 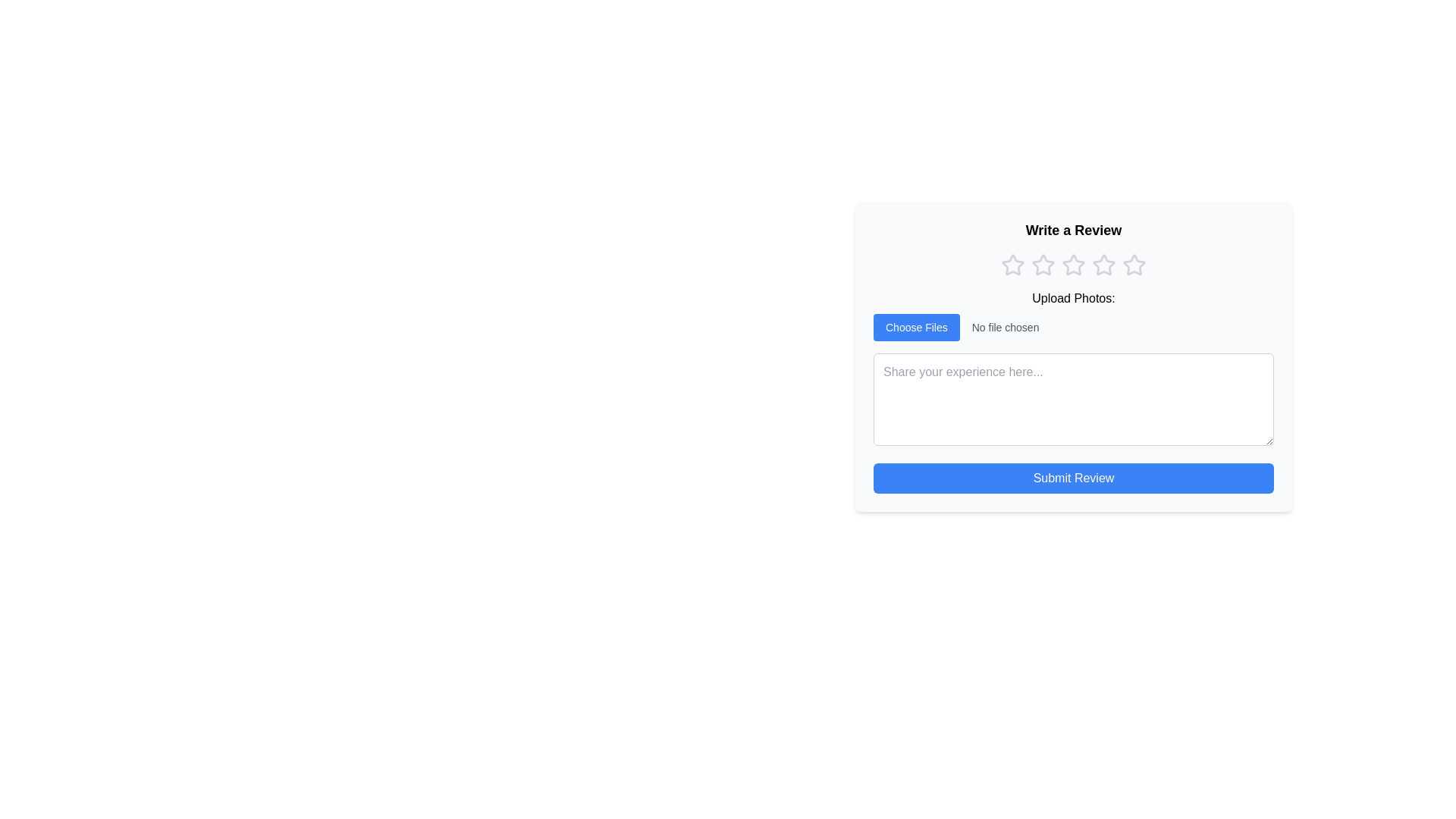 What do you see at coordinates (1073, 265) in the screenshot?
I see `the third star icon in the five-level rating system under the 'Write a Review' header` at bounding box center [1073, 265].